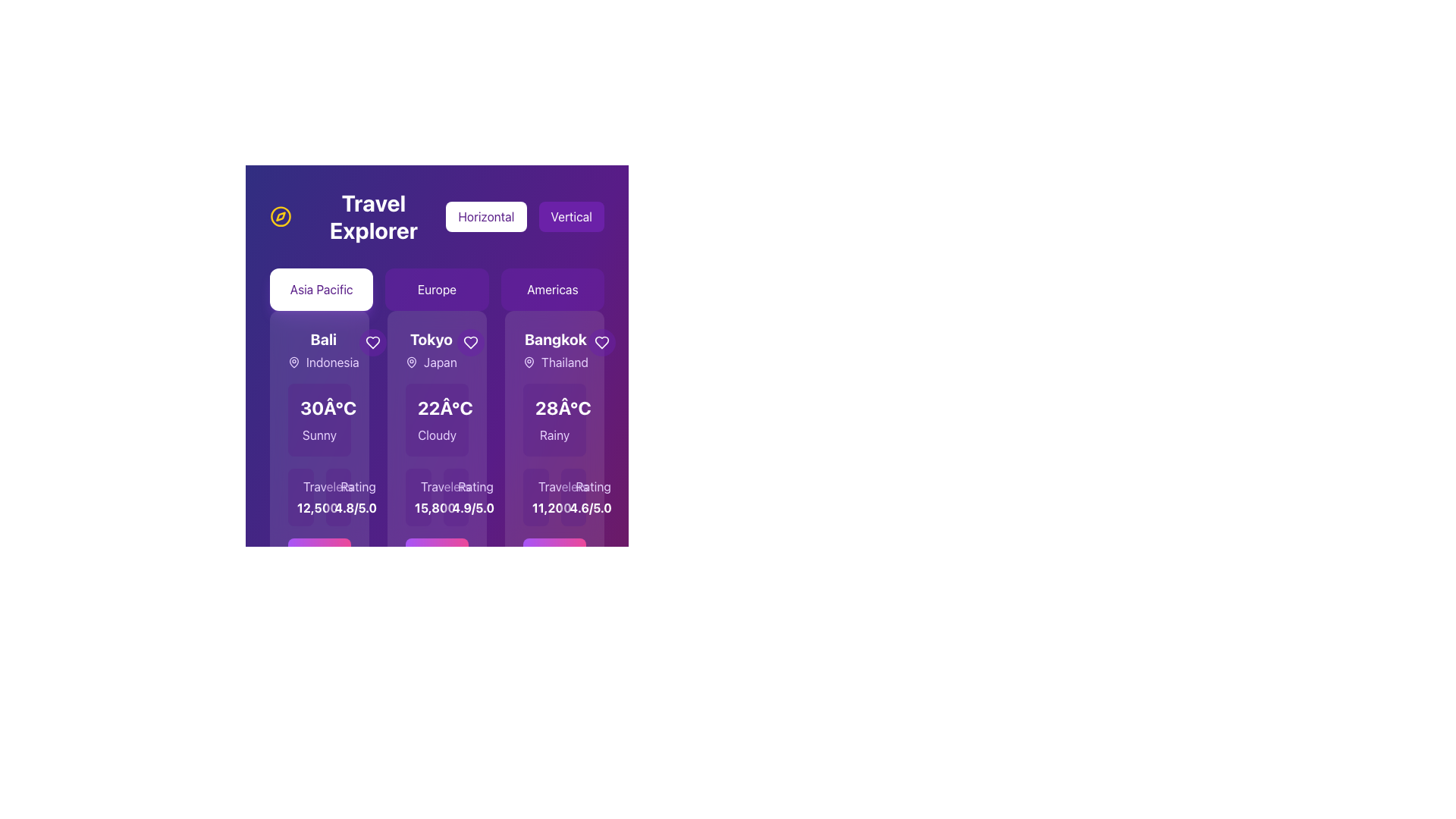  Describe the element at coordinates (573, 508) in the screenshot. I see `the text label that indicates the average user rating for the Bangkok destination, located below the temperature display and next to the 'Rating' label and icon` at that location.